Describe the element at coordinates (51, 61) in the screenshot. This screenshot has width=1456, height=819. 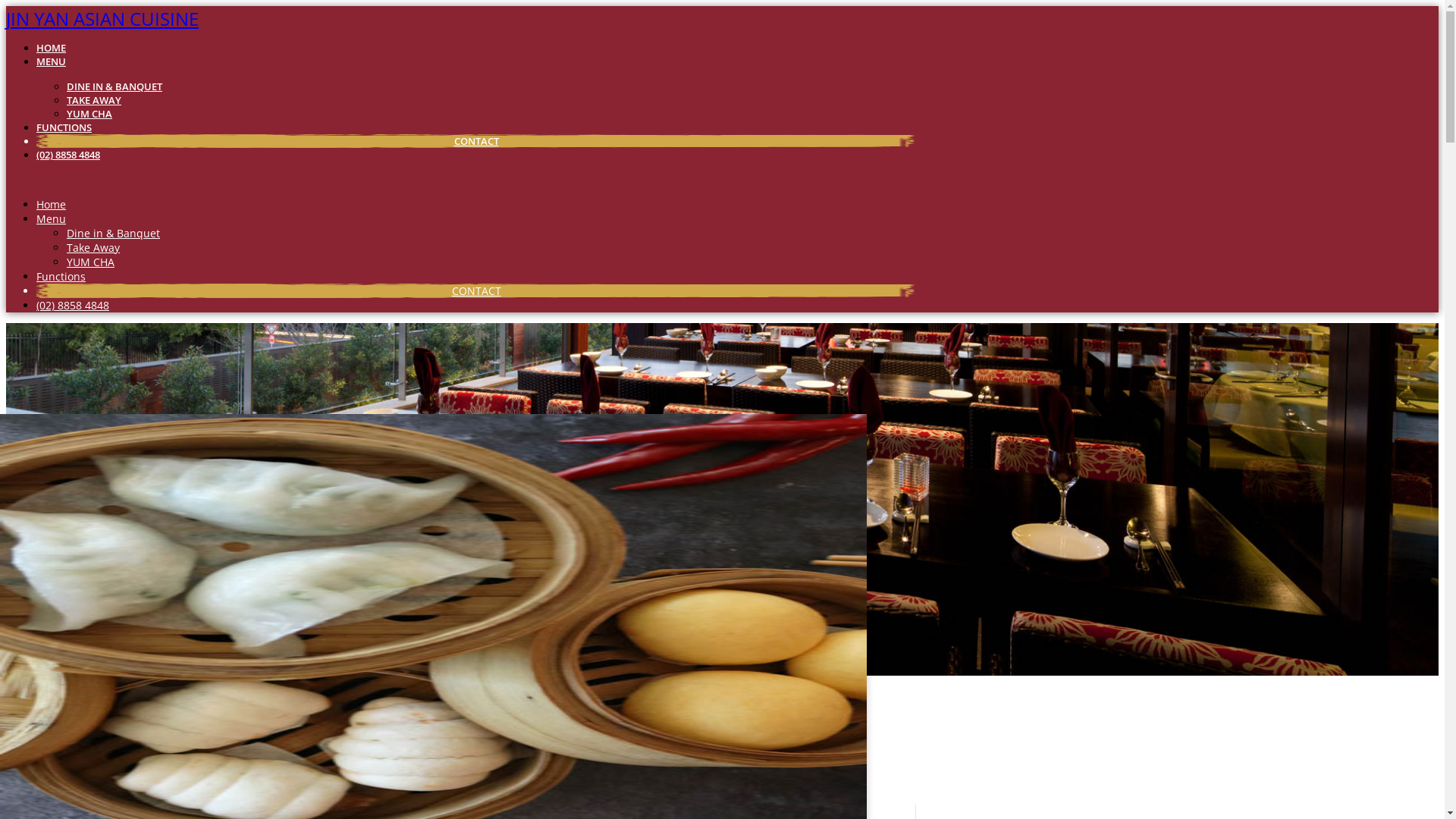
I see `'MENU'` at that location.